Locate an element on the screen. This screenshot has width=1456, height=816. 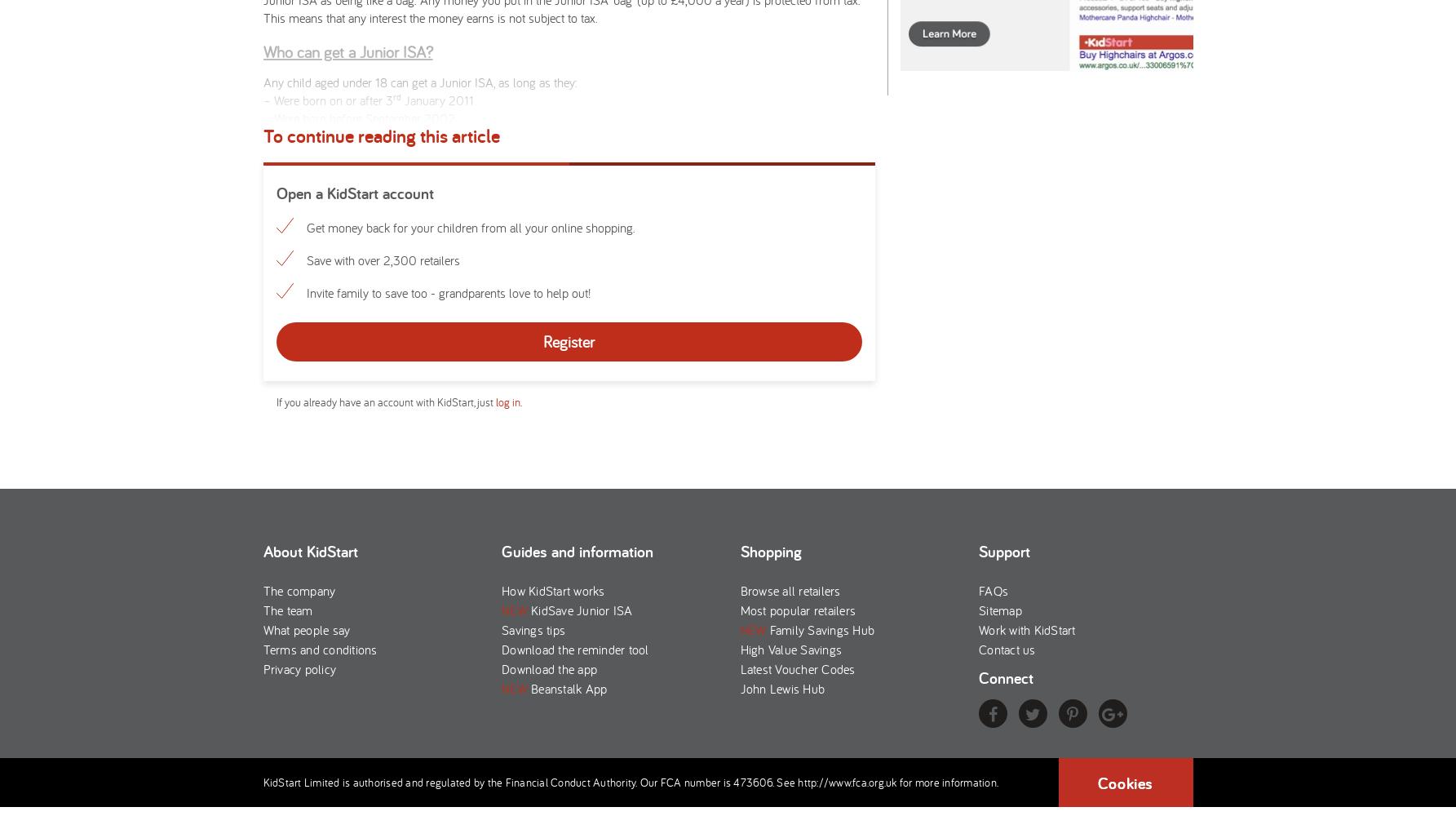
'You can pay as much or as little money in as you like, as often as you like (provided it doesn’t go over the £4,000 annual limit)' is located at coordinates (550, 317).